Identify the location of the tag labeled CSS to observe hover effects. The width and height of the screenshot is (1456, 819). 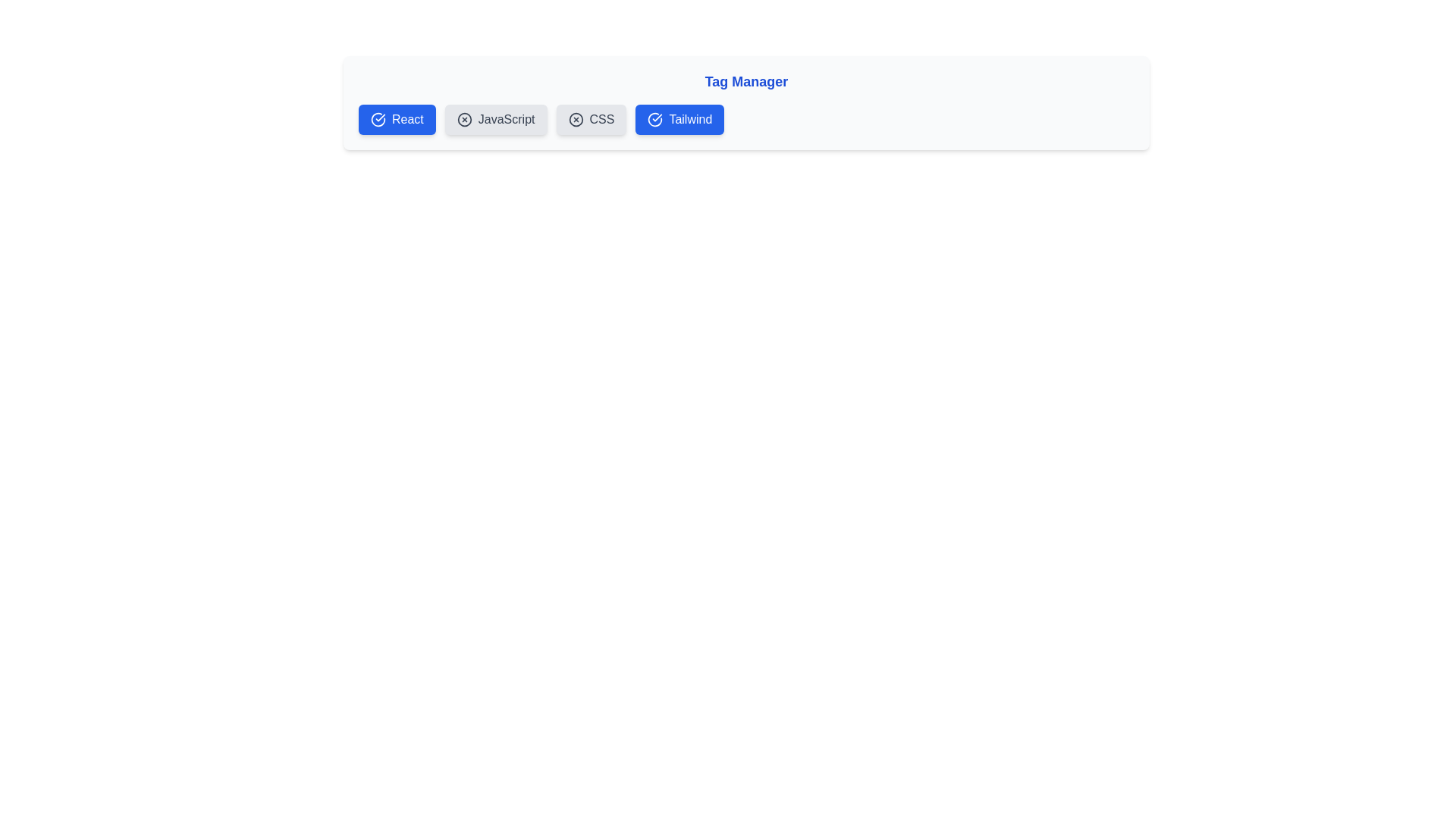
(590, 119).